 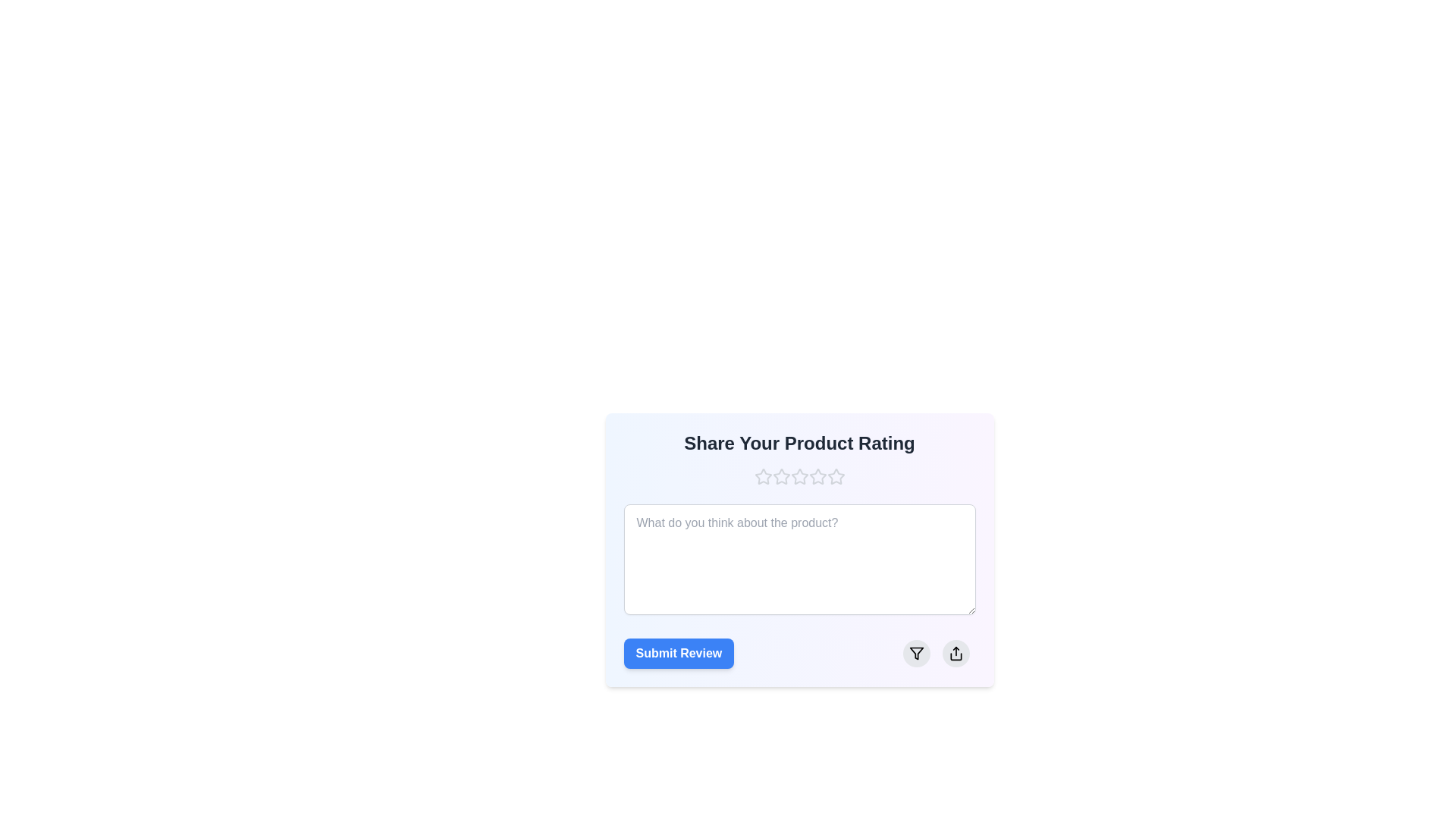 I want to click on the filter icon located inside the round light-gray button at the bottom-right corner of the input form for submitting a product review, so click(x=915, y=652).